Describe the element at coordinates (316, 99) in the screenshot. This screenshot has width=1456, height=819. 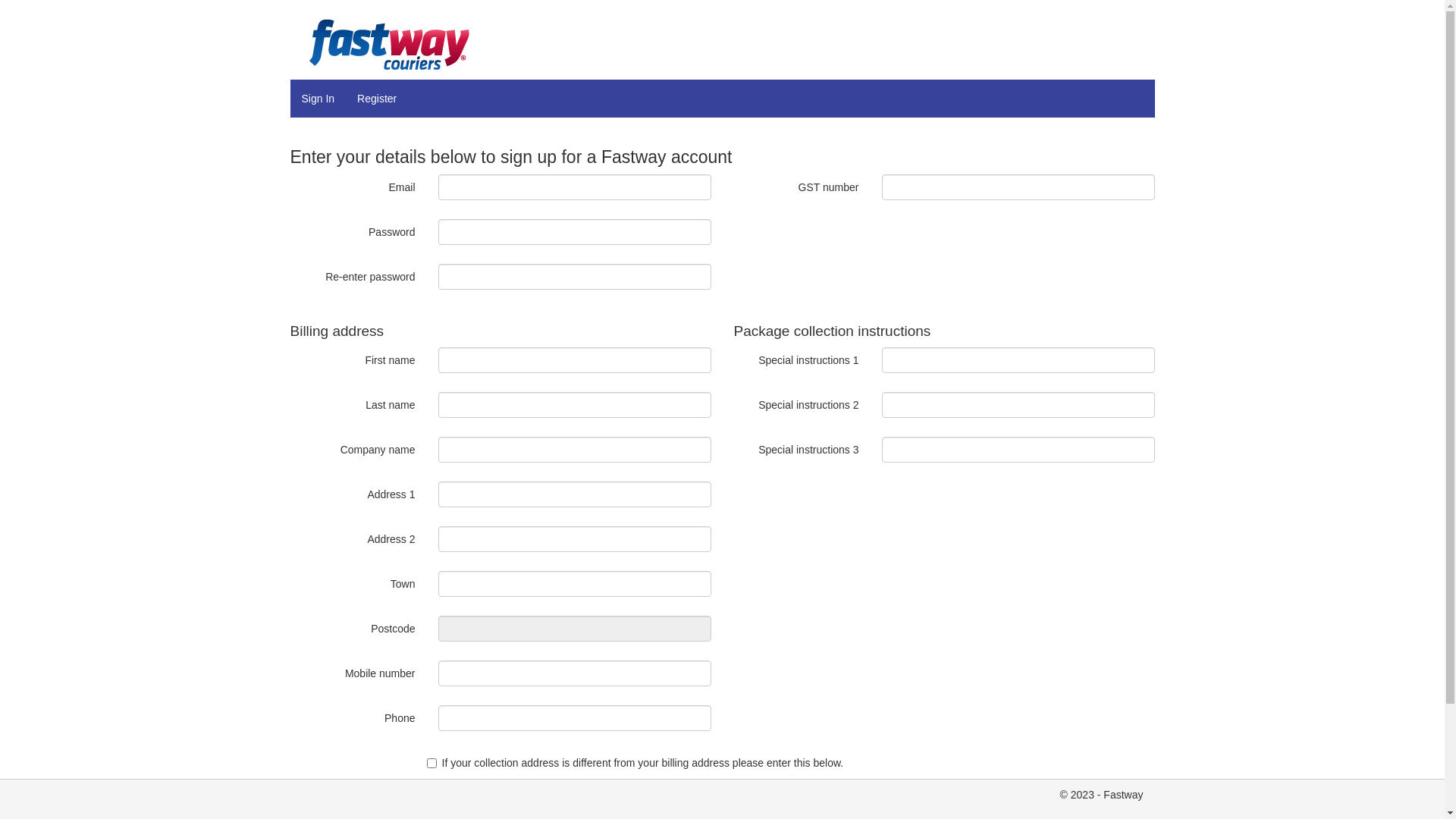
I see `'Sign In'` at that location.